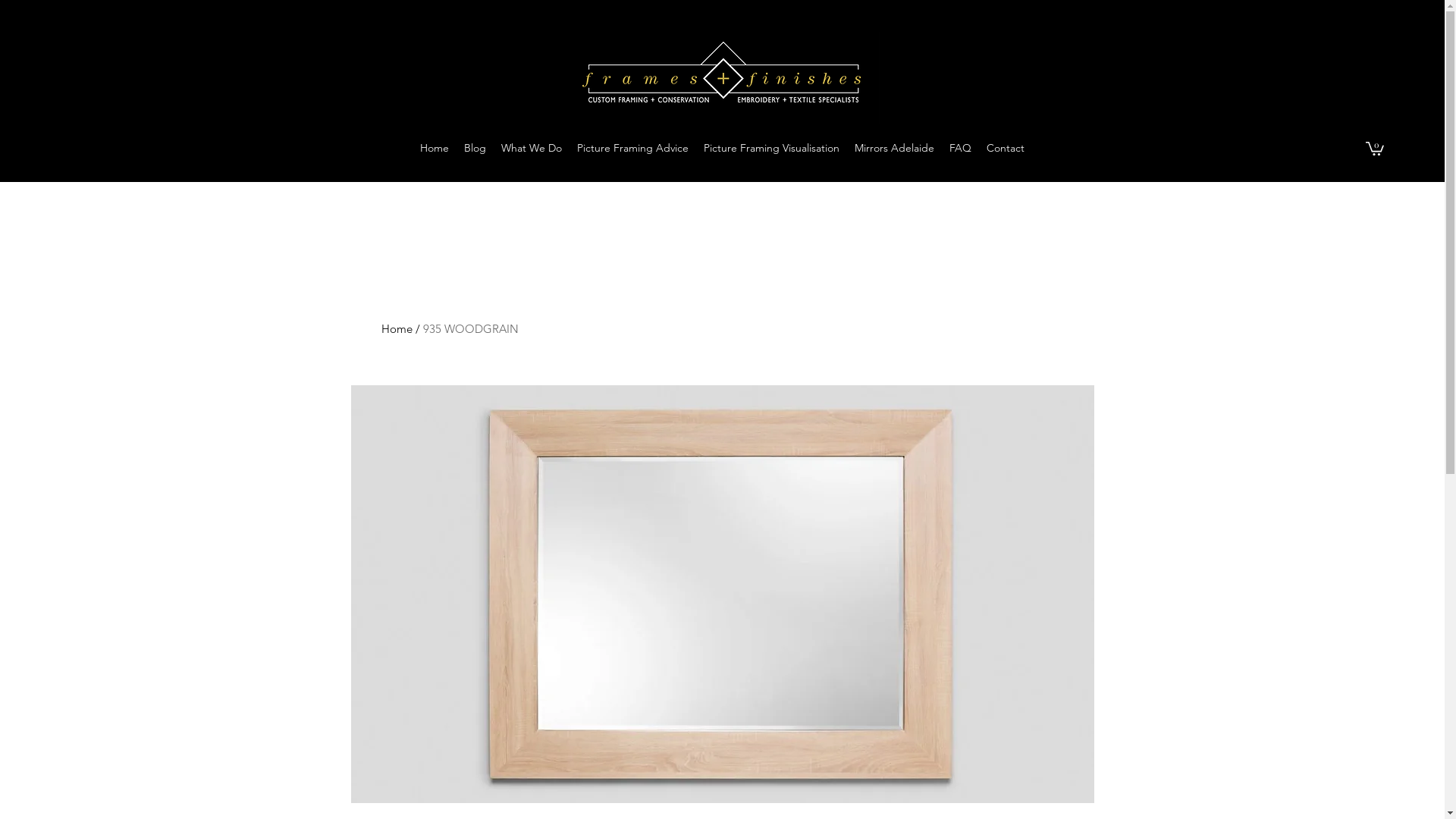  I want to click on '935 WOODGRAIN', so click(469, 328).